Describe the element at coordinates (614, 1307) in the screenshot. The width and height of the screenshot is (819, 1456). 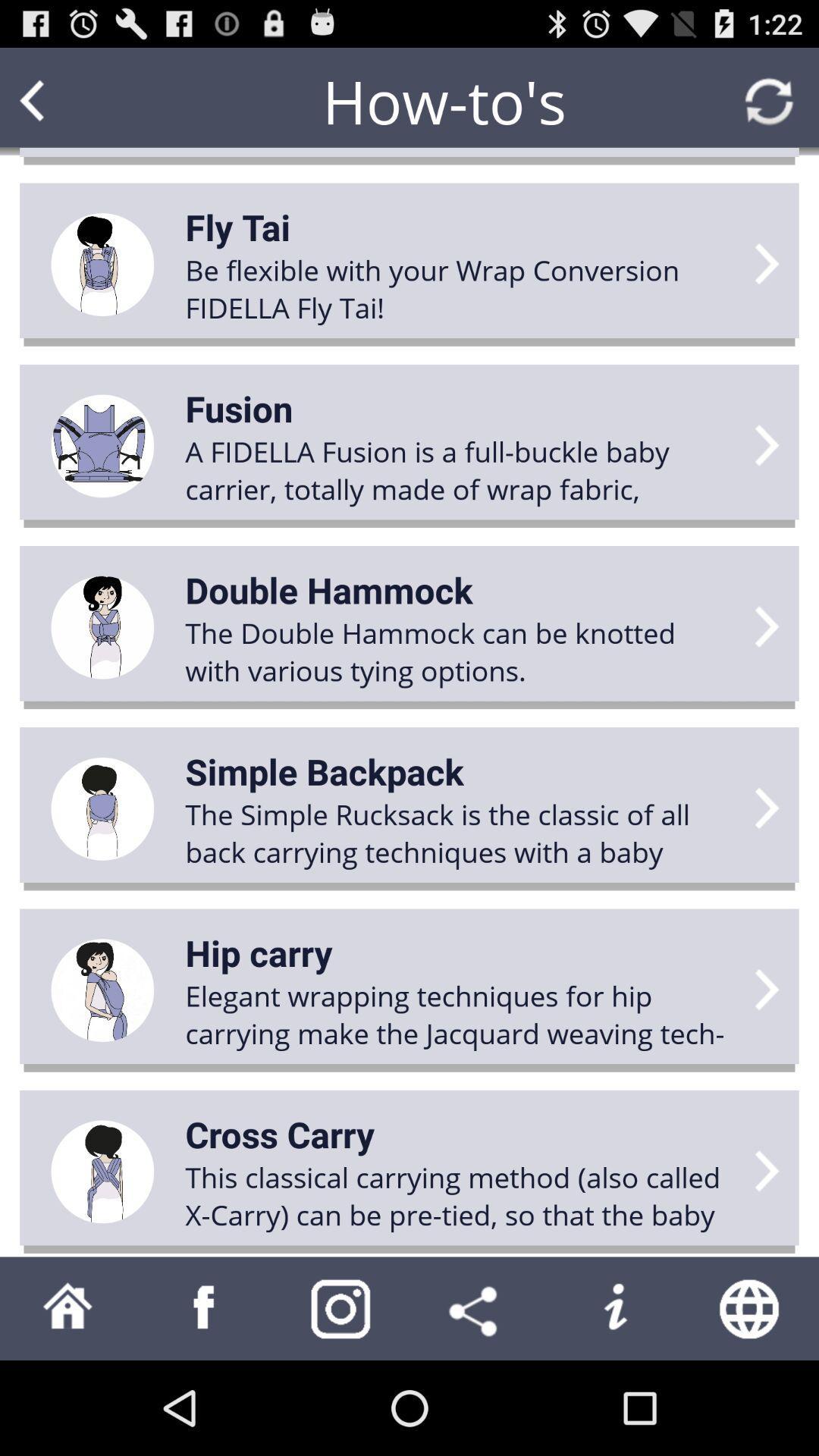
I see `the app below this classical carrying item` at that location.